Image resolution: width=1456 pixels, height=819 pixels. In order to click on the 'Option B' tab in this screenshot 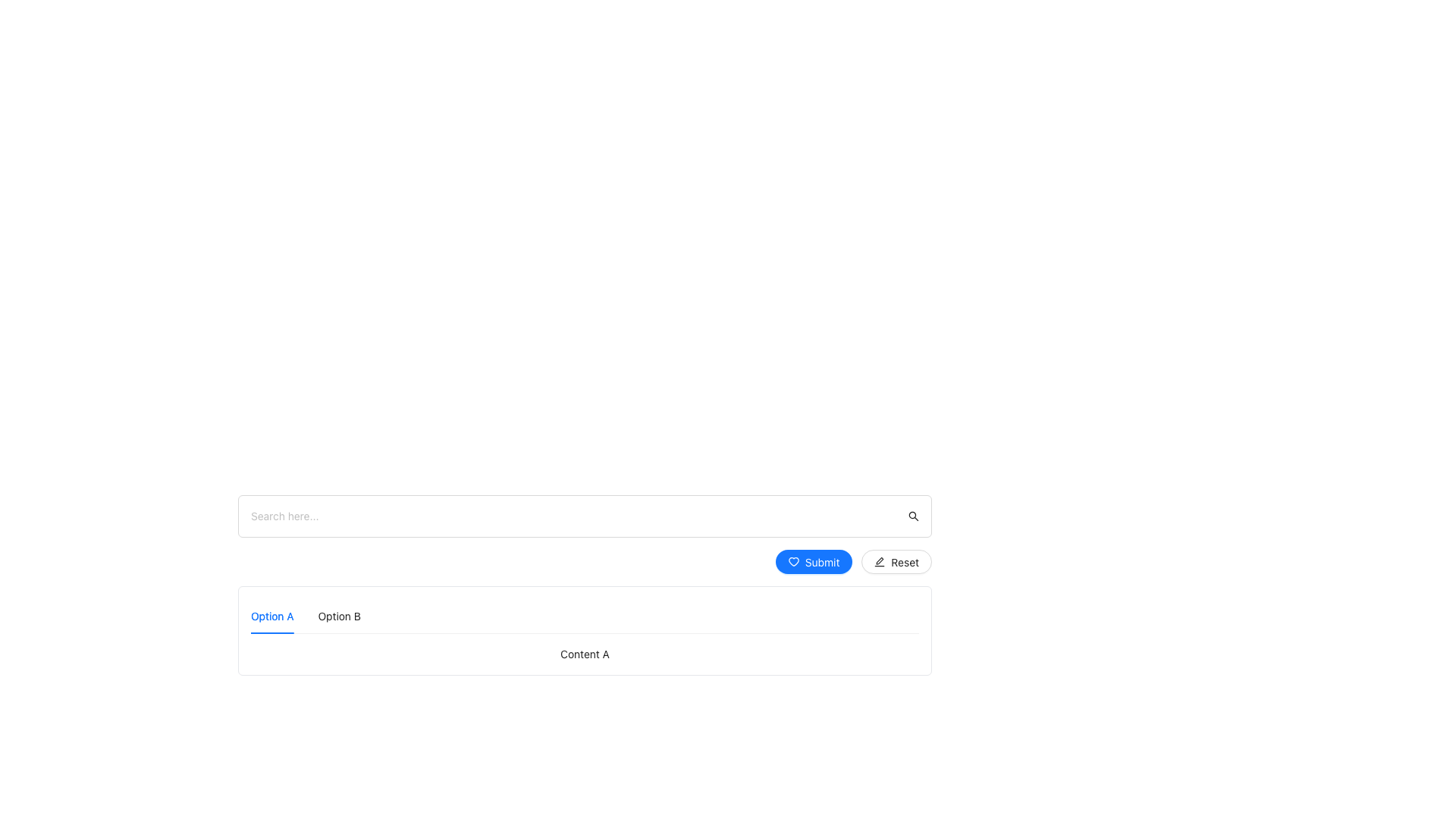, I will do `click(338, 617)`.